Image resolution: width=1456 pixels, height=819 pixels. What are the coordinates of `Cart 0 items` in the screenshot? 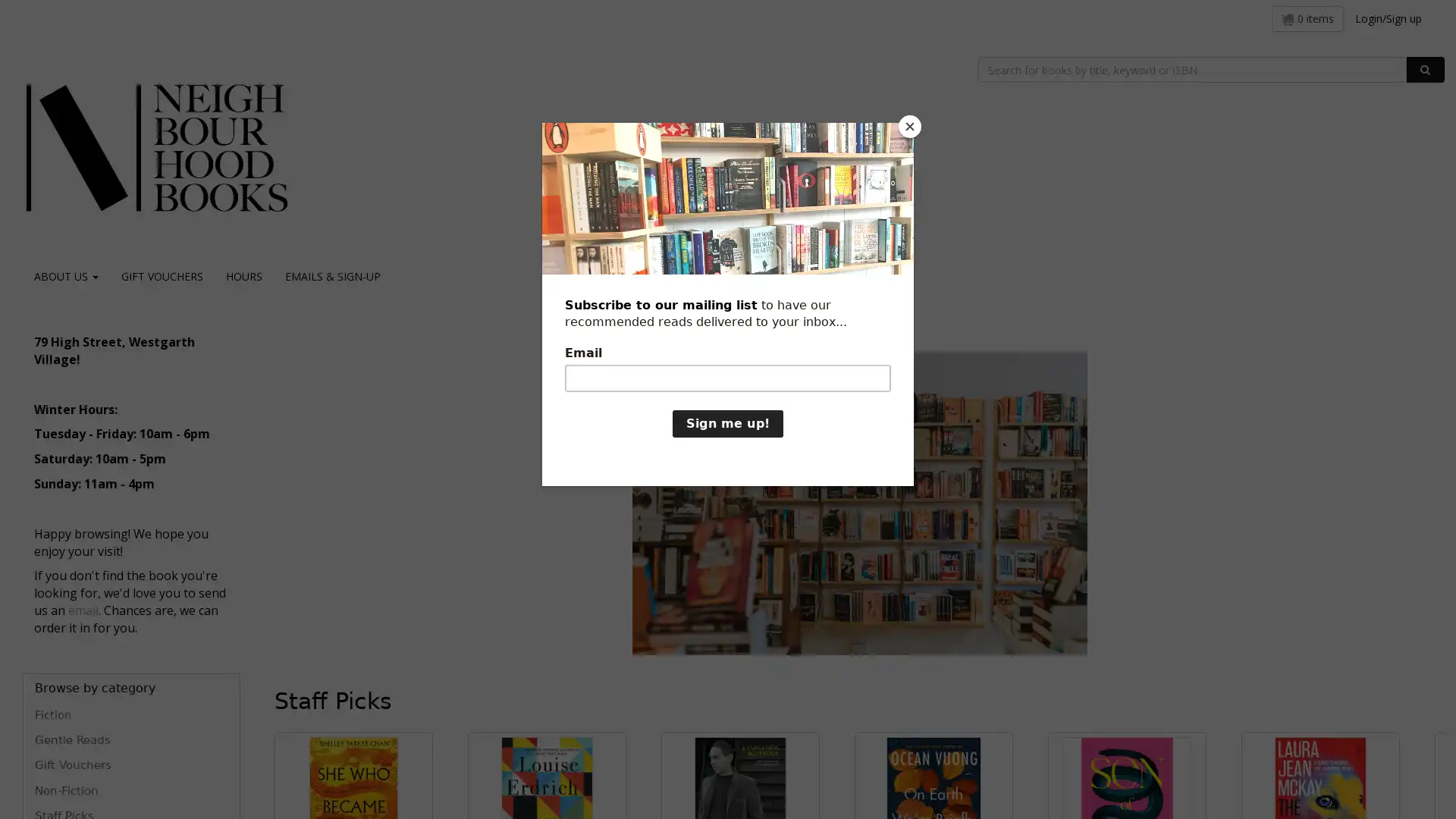 It's located at (1307, 18).